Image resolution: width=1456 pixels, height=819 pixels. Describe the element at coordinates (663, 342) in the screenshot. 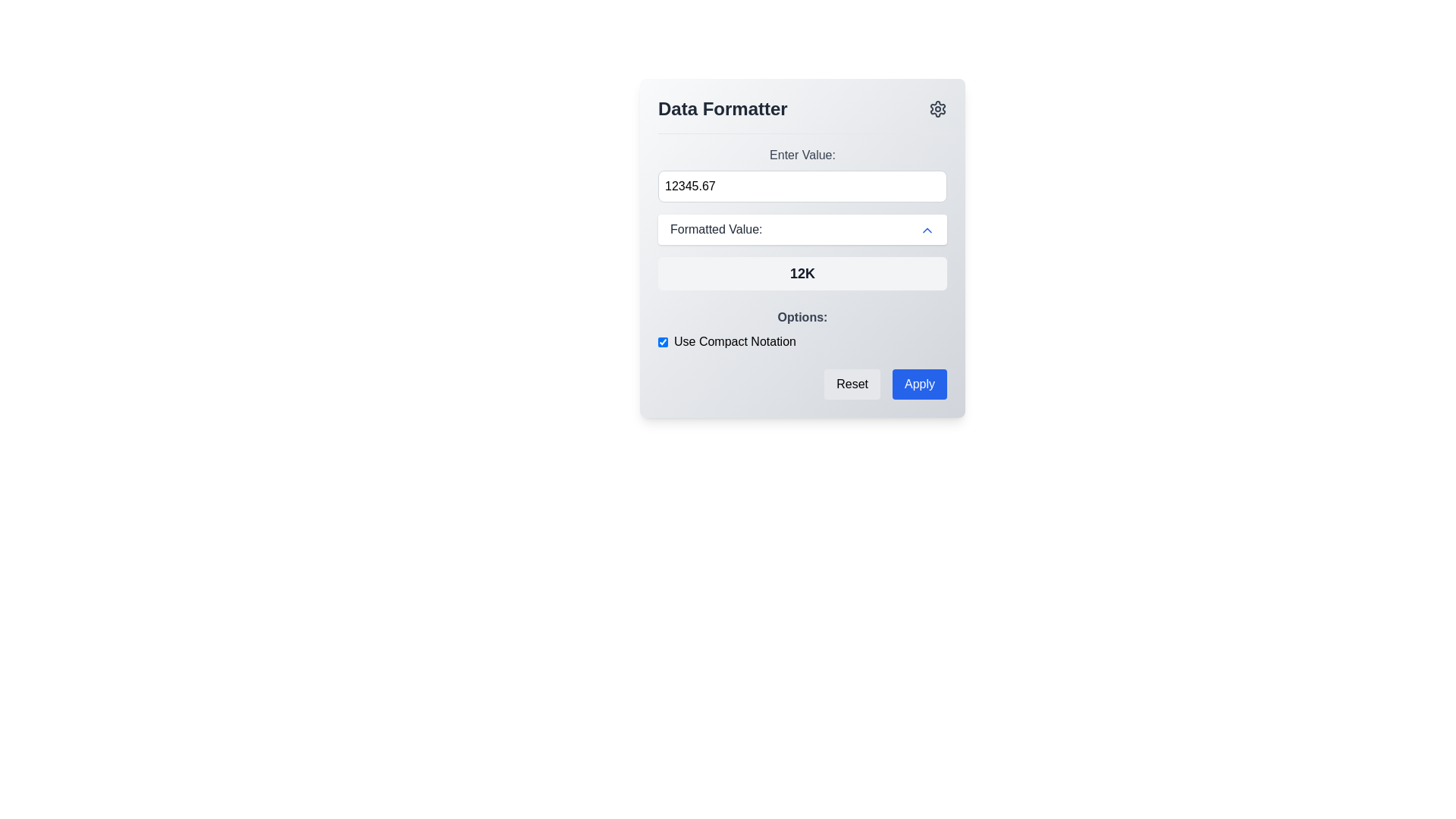

I see `the checkbox with a blue checkmark located to the left of the label 'Use Compact Notation' in the 'Options' section` at that location.